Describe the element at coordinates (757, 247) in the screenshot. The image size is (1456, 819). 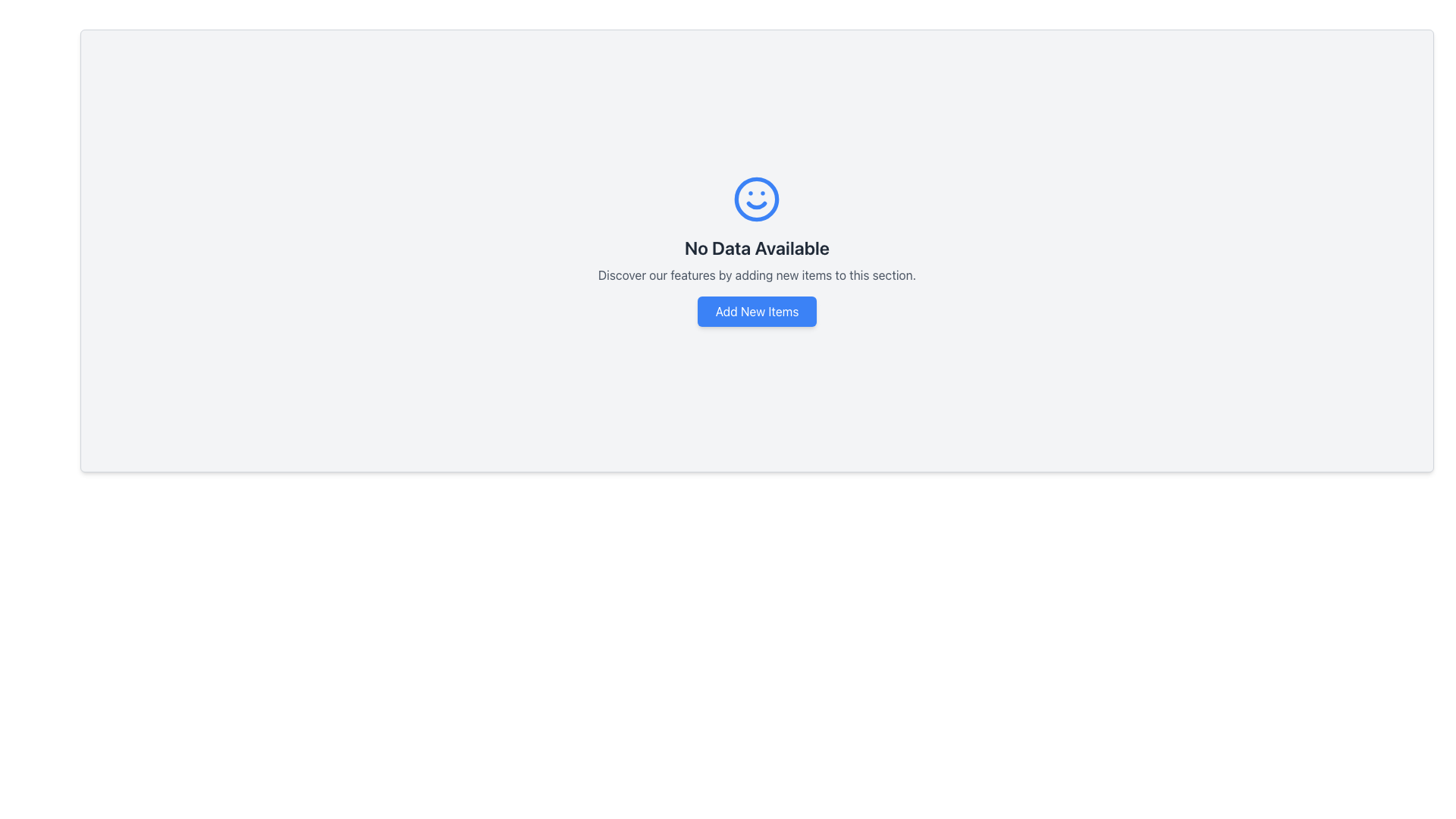
I see `the text label displaying 'No Data Available', which is prominently bolded and dark gray, located centrally beneath the smiley-face icon` at that location.